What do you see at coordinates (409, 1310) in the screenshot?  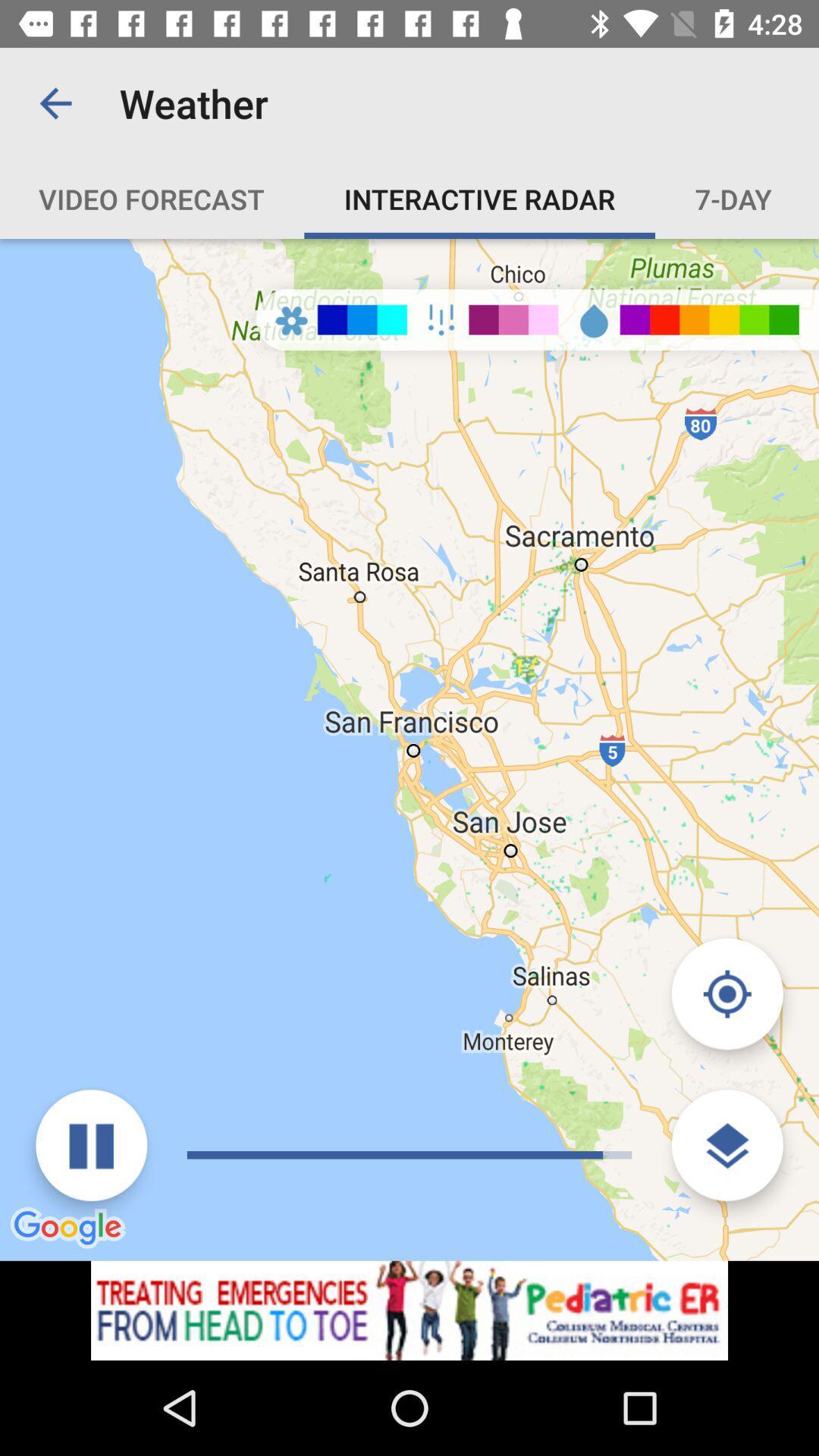 I see `advertisement` at bounding box center [409, 1310].